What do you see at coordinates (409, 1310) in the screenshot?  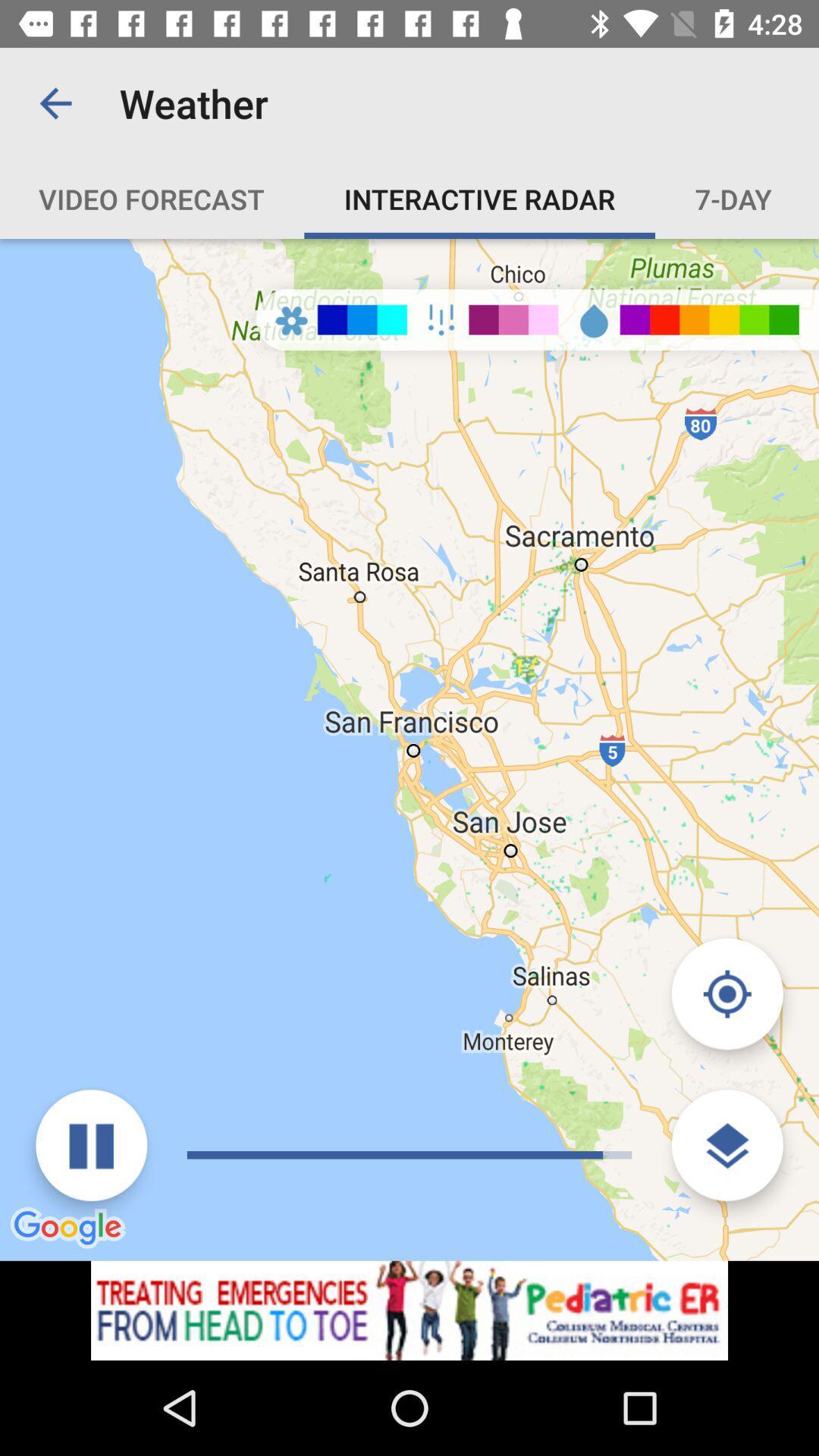 I see `advertisement` at bounding box center [409, 1310].